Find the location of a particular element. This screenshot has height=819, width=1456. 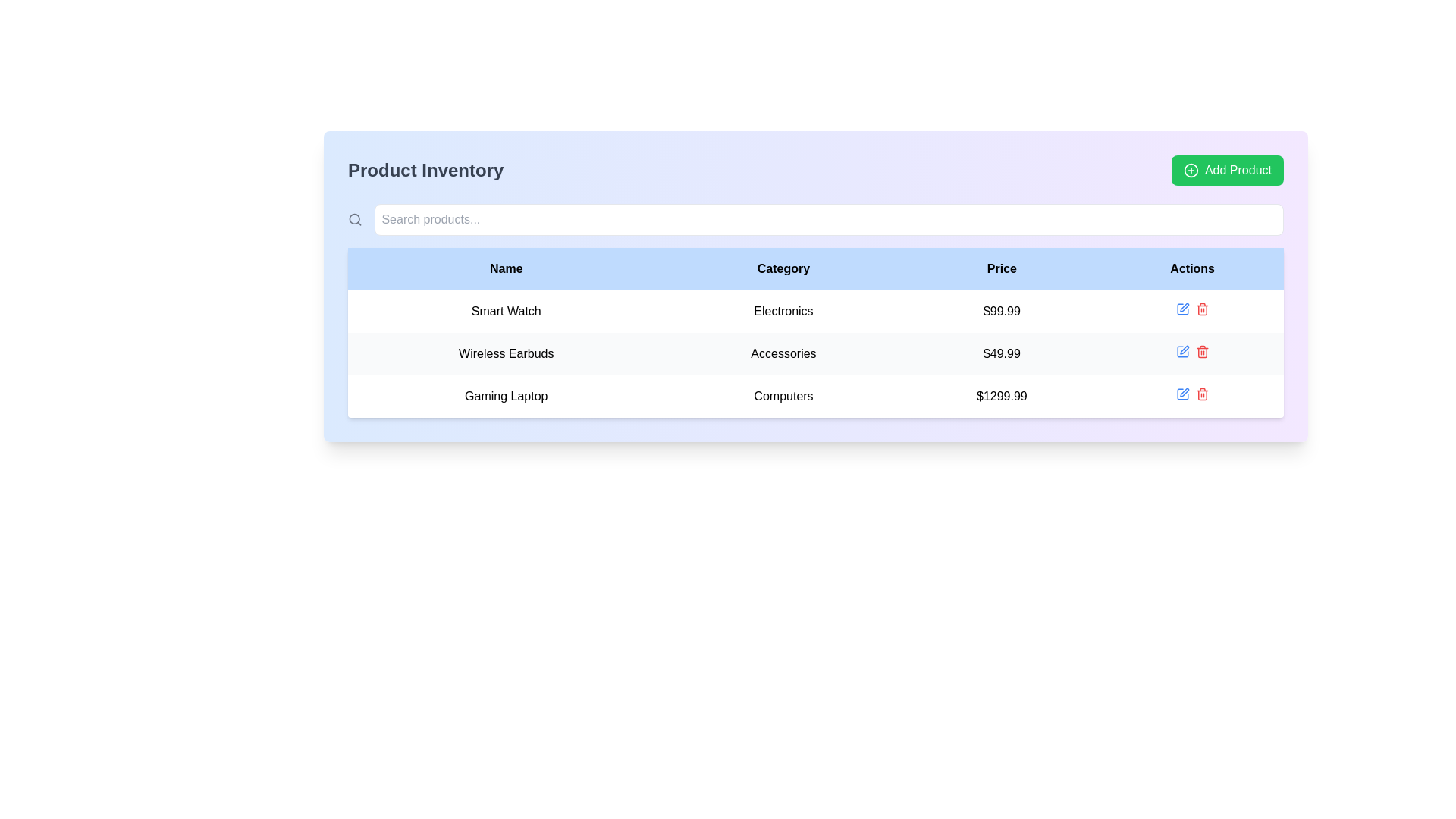

the 'edit' icon in the 'Actions' column for the 'Gaming Laptop' entry is located at coordinates (1183, 391).